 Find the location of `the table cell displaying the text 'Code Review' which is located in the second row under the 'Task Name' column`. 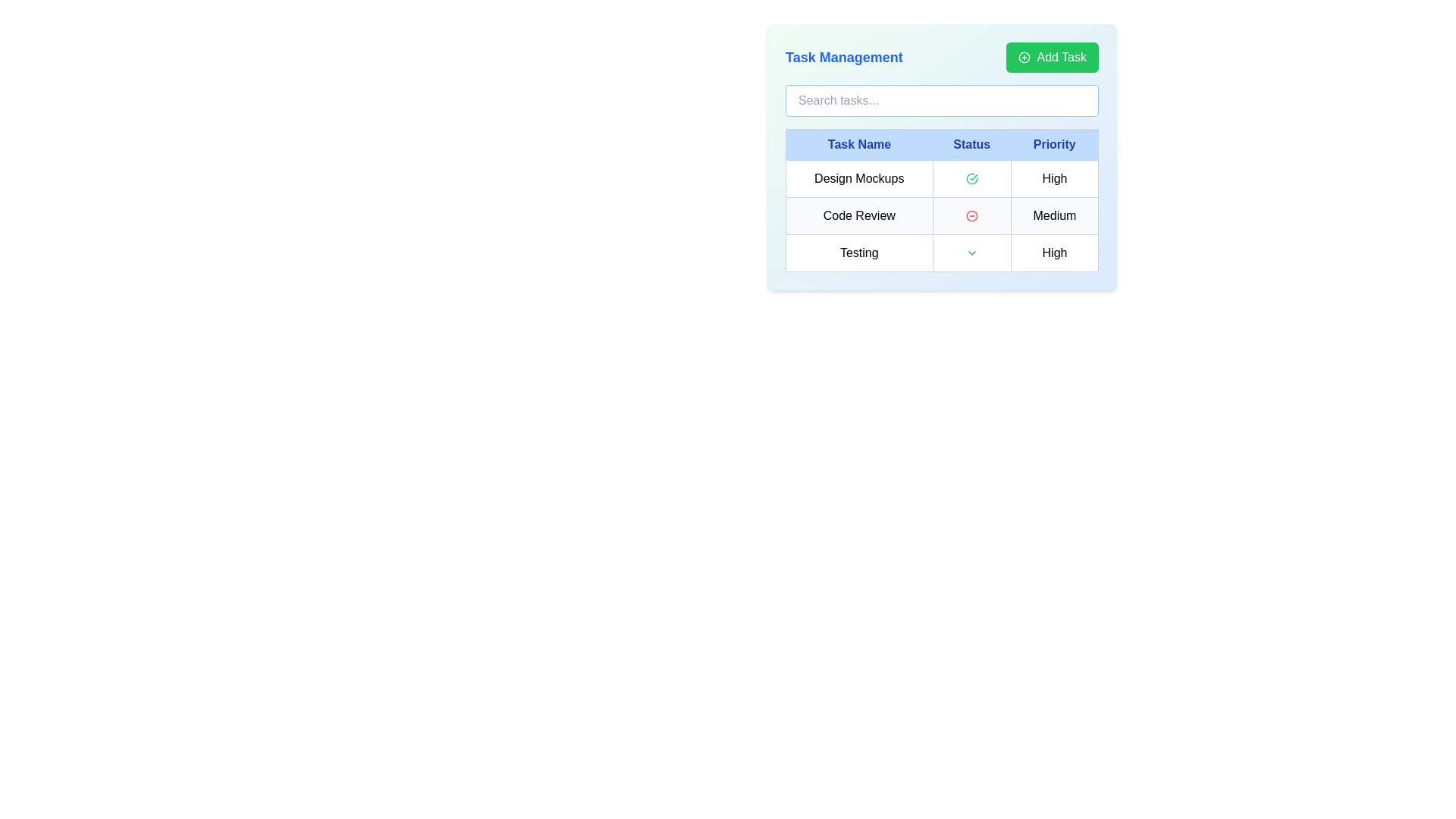

the table cell displaying the text 'Code Review' which is located in the second row under the 'Task Name' column is located at coordinates (859, 216).